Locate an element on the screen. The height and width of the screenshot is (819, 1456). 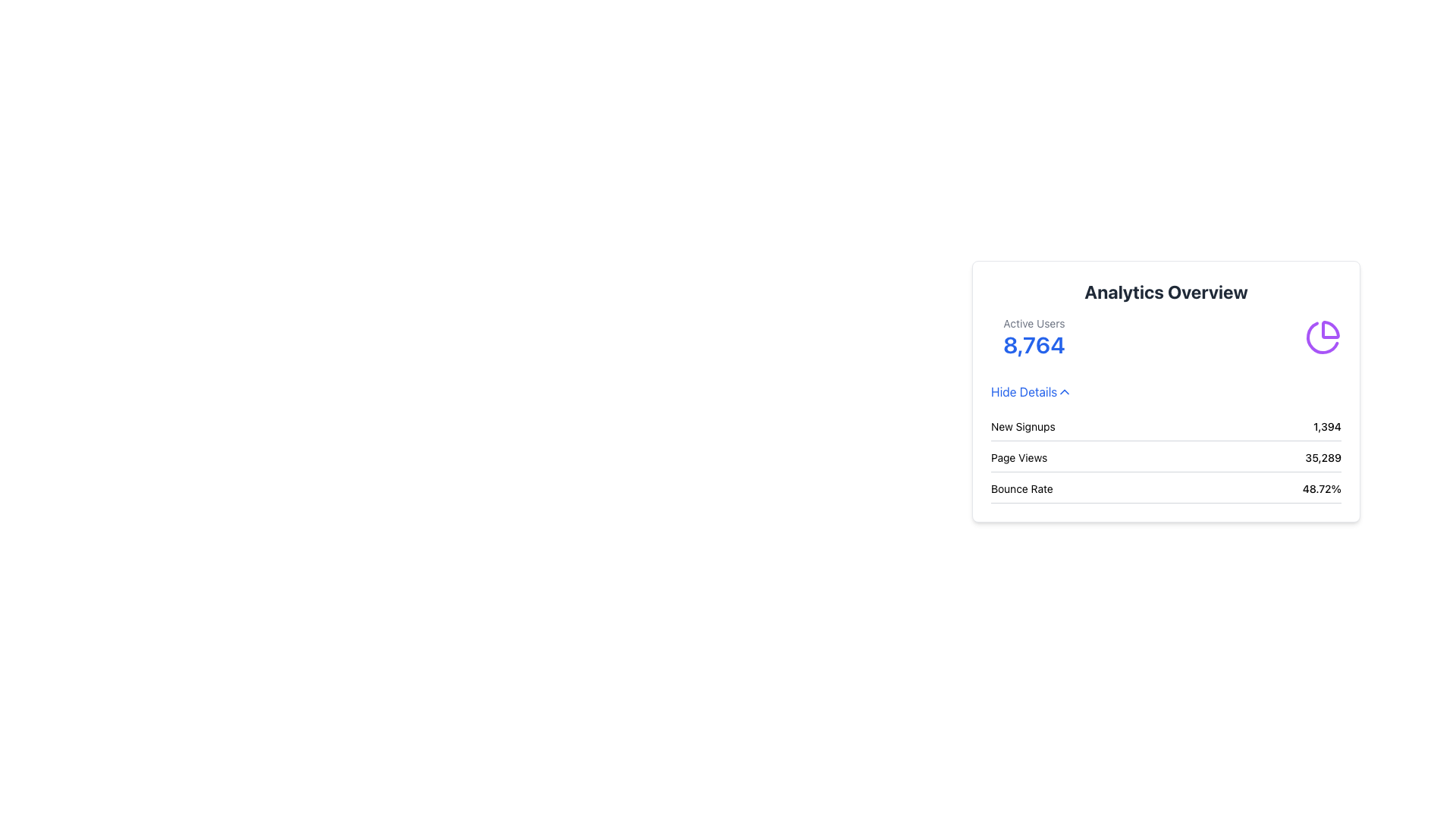
the purple pie chart icon with a stroke width of 2 located in the 'Analytics Overview' section, positioned to the right of the 'Active Users' metric is located at coordinates (1323, 336).